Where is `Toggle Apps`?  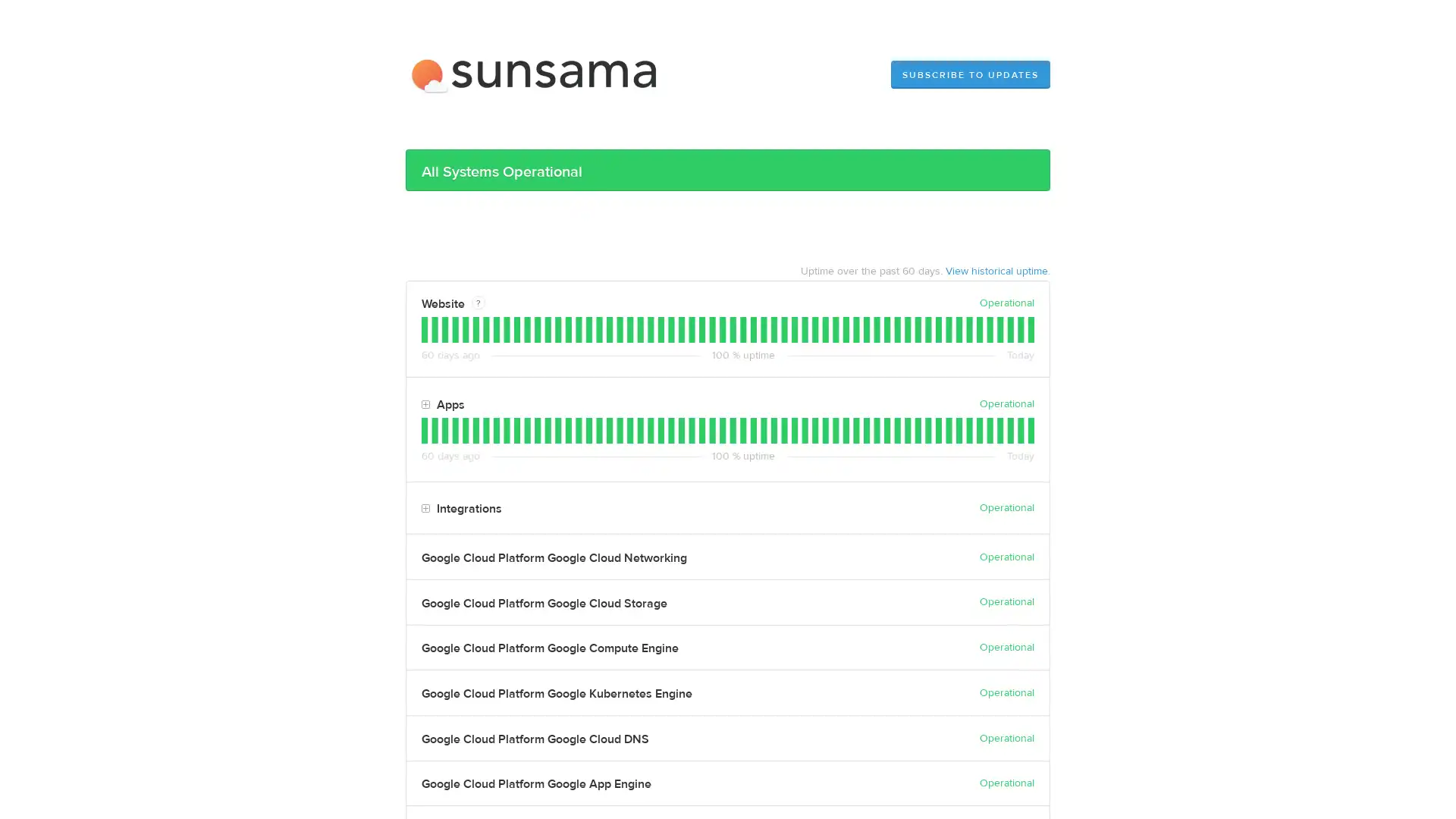 Toggle Apps is located at coordinates (425, 403).